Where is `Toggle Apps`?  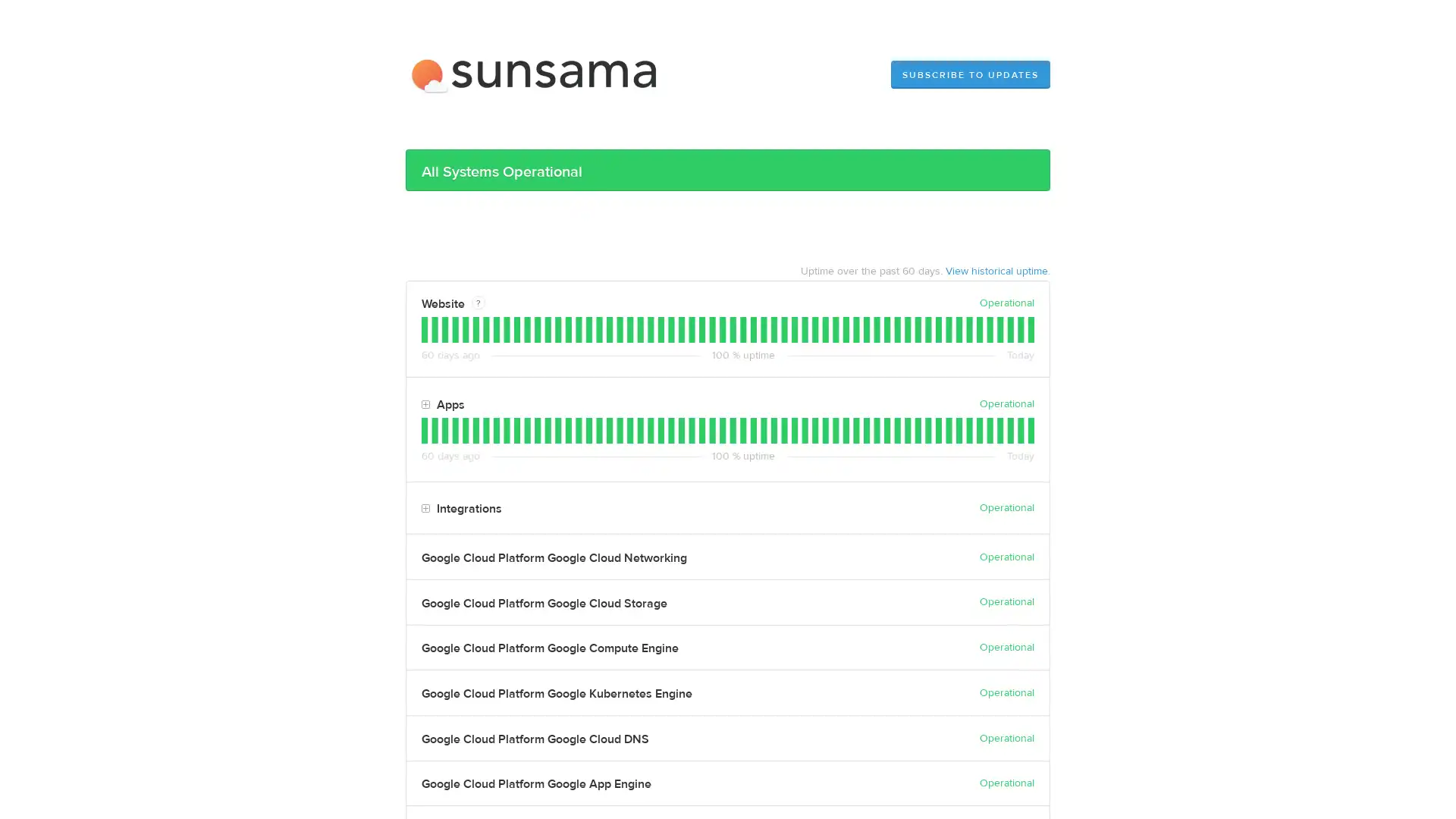 Toggle Apps is located at coordinates (425, 403).